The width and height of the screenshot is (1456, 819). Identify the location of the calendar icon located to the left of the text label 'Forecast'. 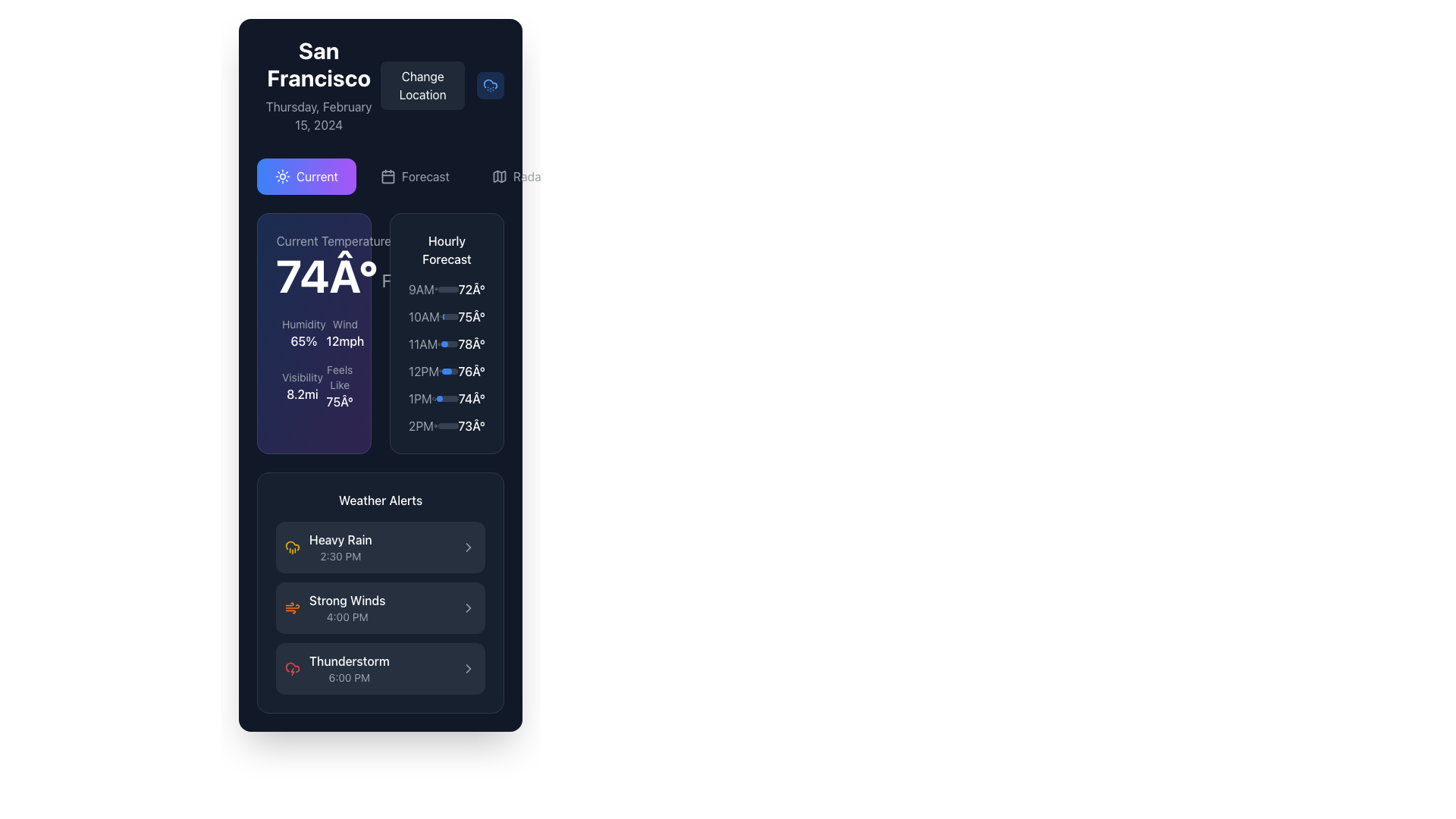
(388, 175).